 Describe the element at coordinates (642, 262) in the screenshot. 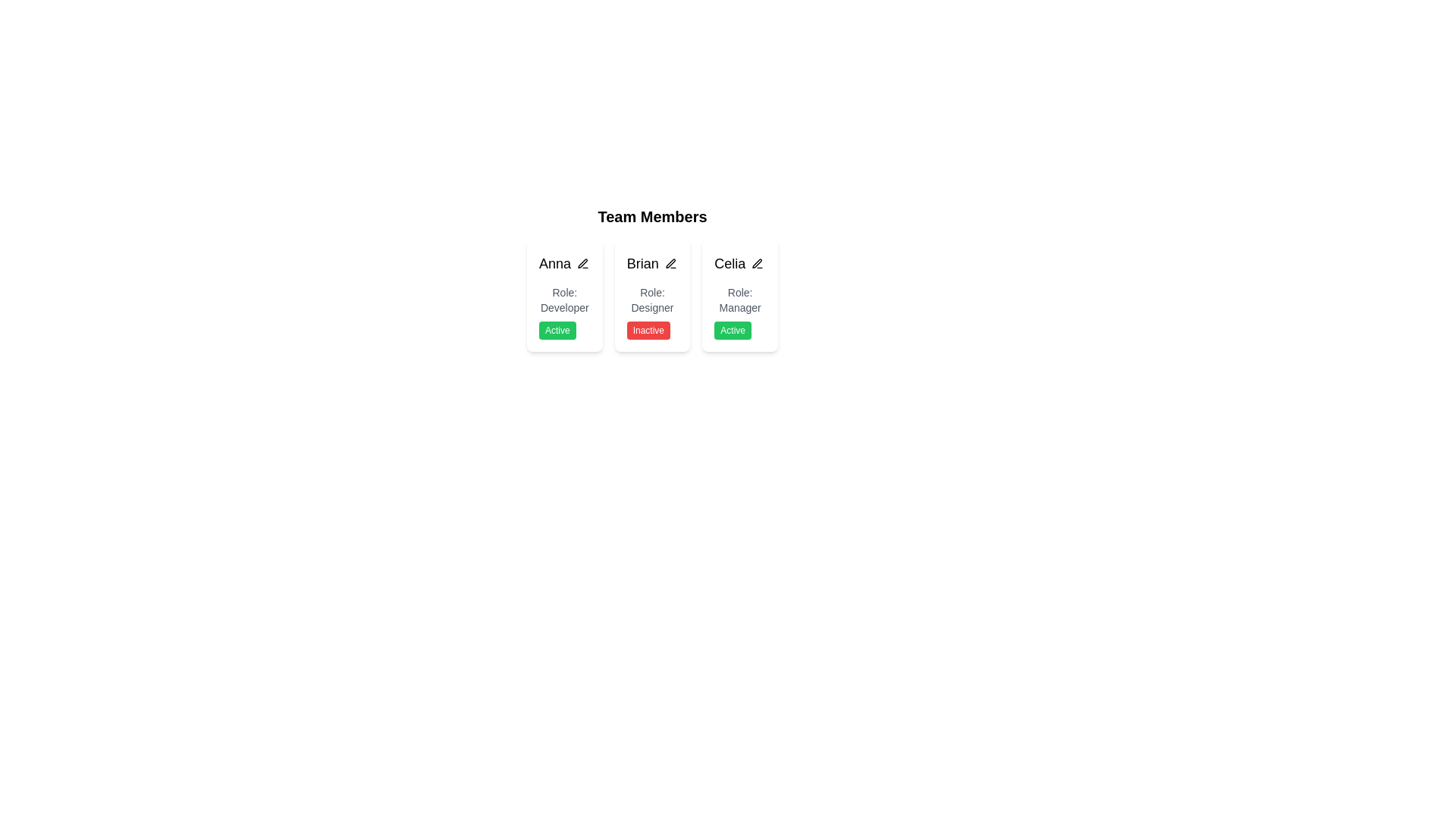

I see `the text label displaying the name 'Brian' that identifies a team member, located in the central card of three horizontally arranged team member cards` at that location.